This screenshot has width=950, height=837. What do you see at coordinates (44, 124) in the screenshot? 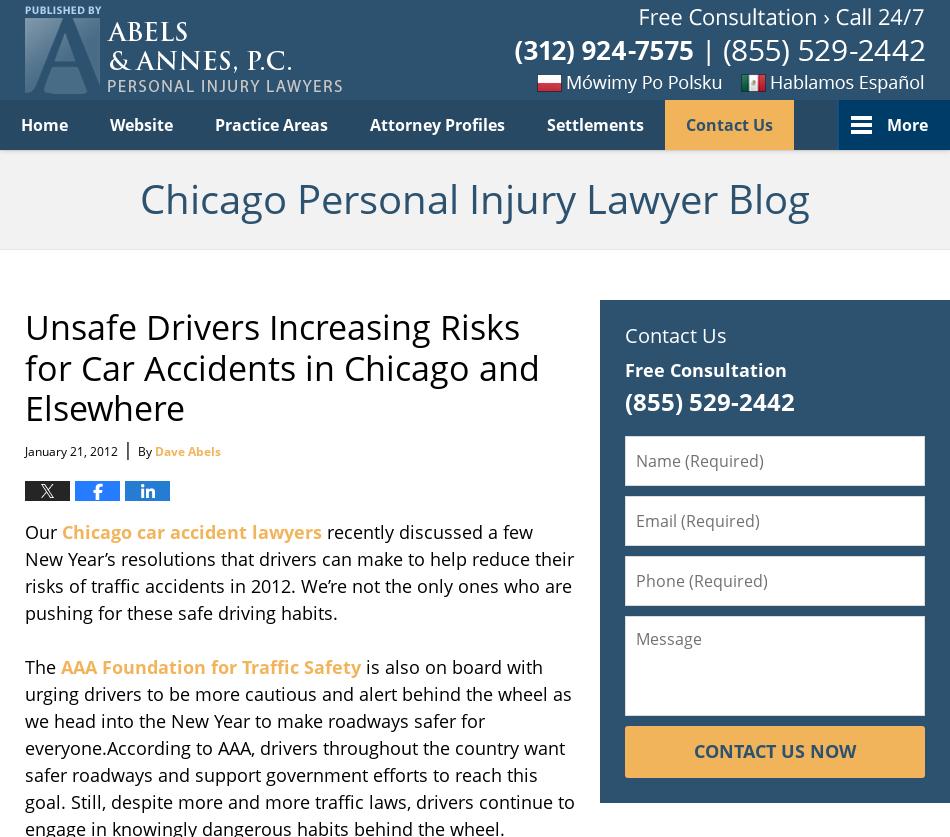
I see `'Home'` at bounding box center [44, 124].